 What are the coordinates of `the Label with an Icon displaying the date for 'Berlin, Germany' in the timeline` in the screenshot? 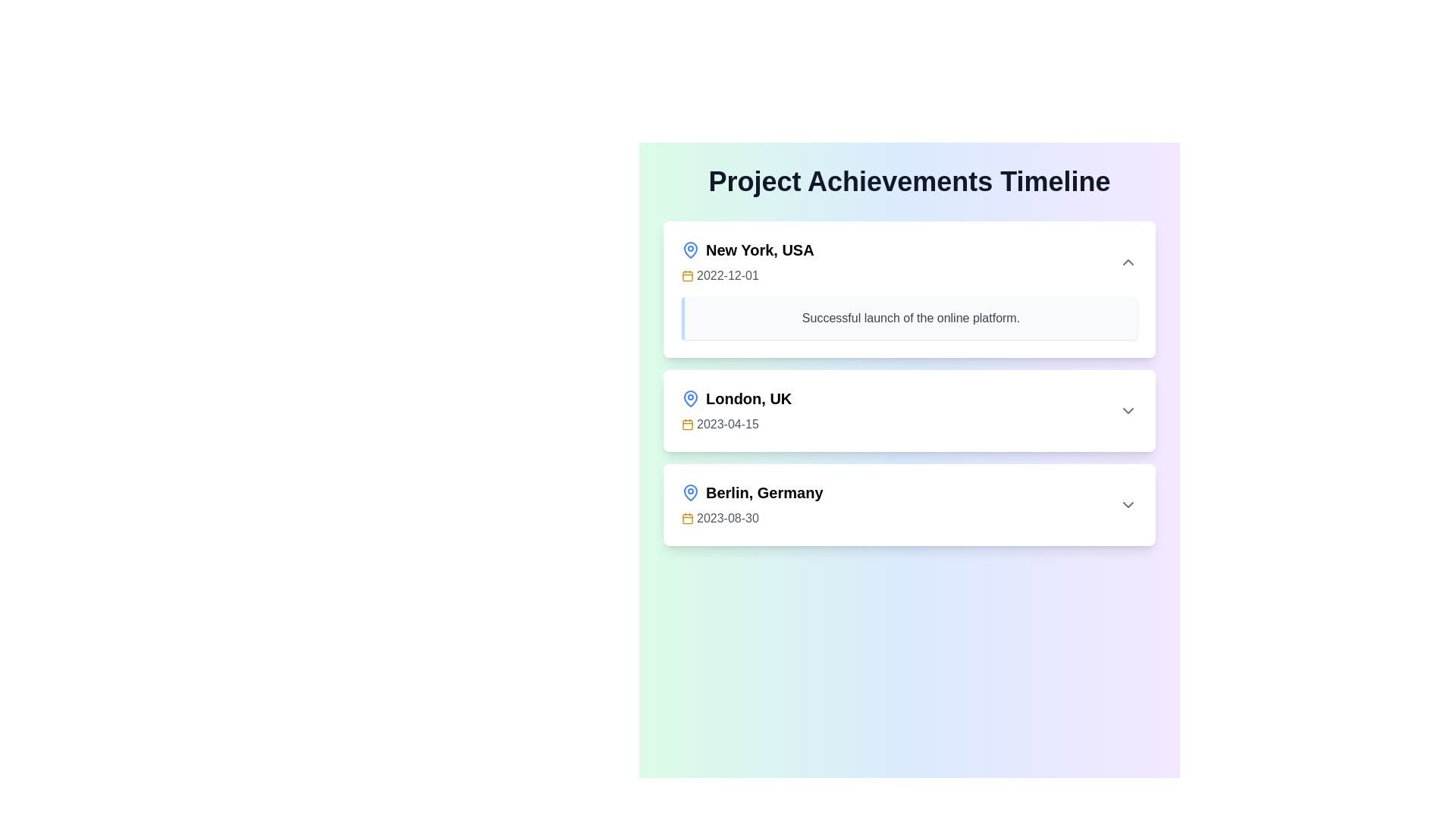 It's located at (752, 517).